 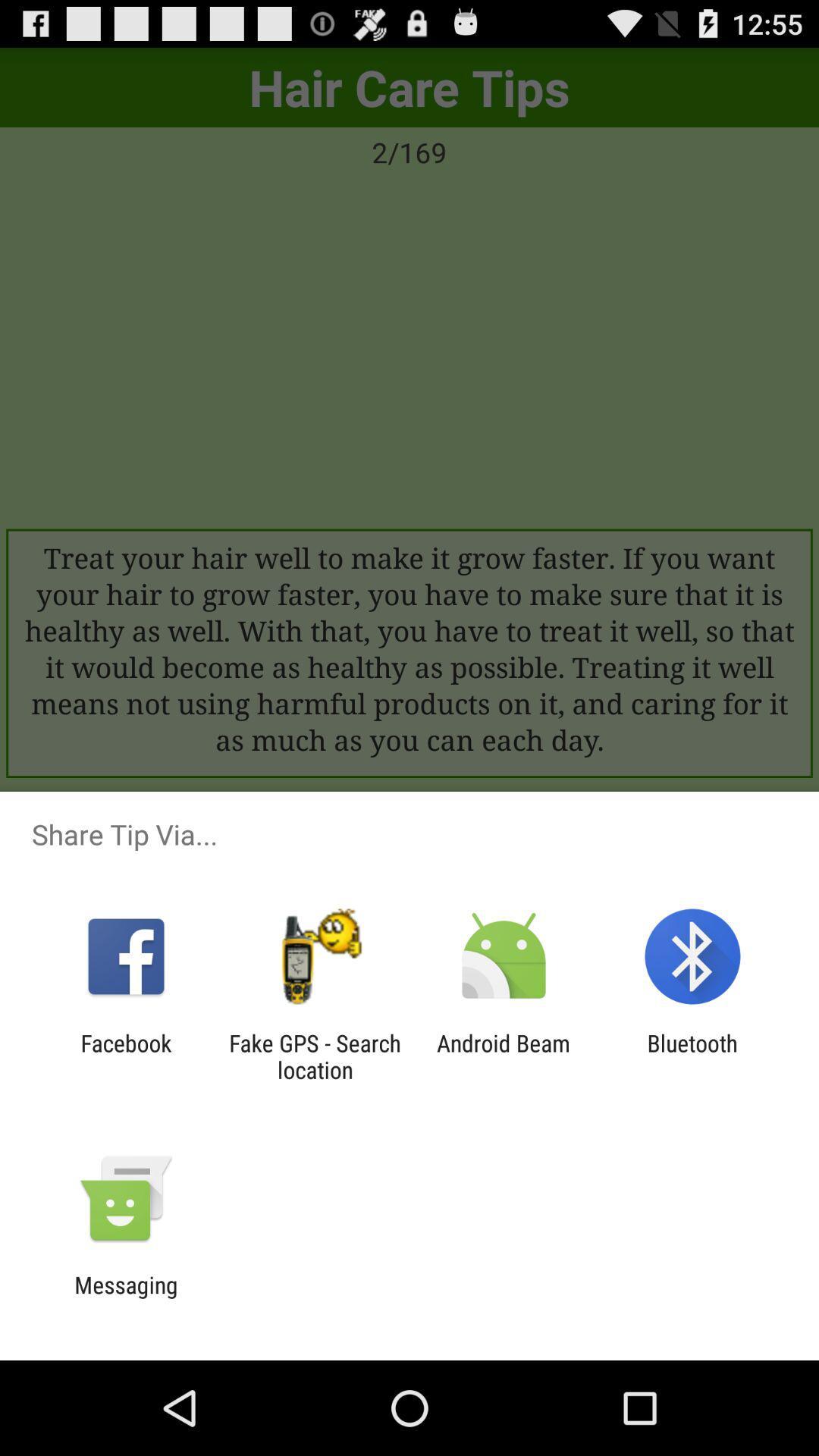 What do you see at coordinates (125, 1056) in the screenshot?
I see `the facebook item` at bounding box center [125, 1056].